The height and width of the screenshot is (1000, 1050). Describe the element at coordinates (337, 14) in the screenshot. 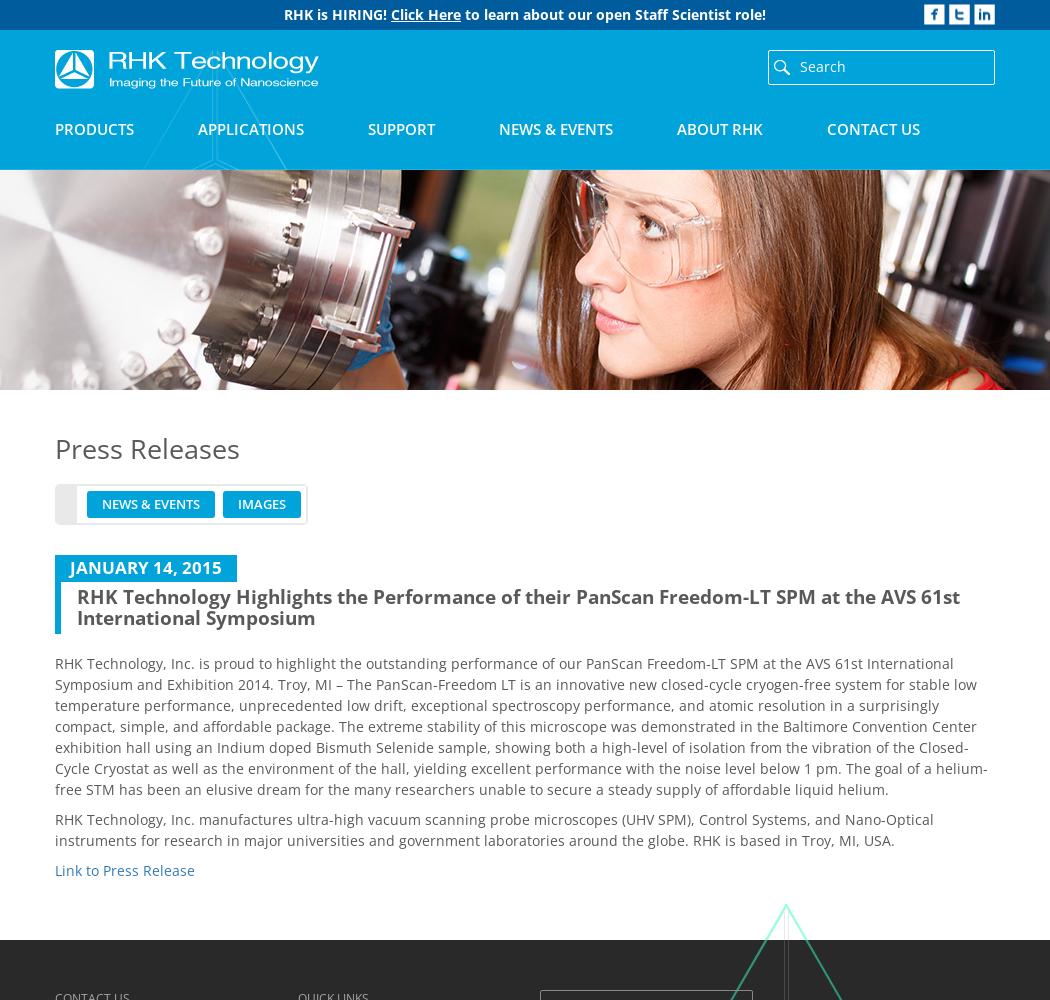

I see `'RHK is HIRING!'` at that location.